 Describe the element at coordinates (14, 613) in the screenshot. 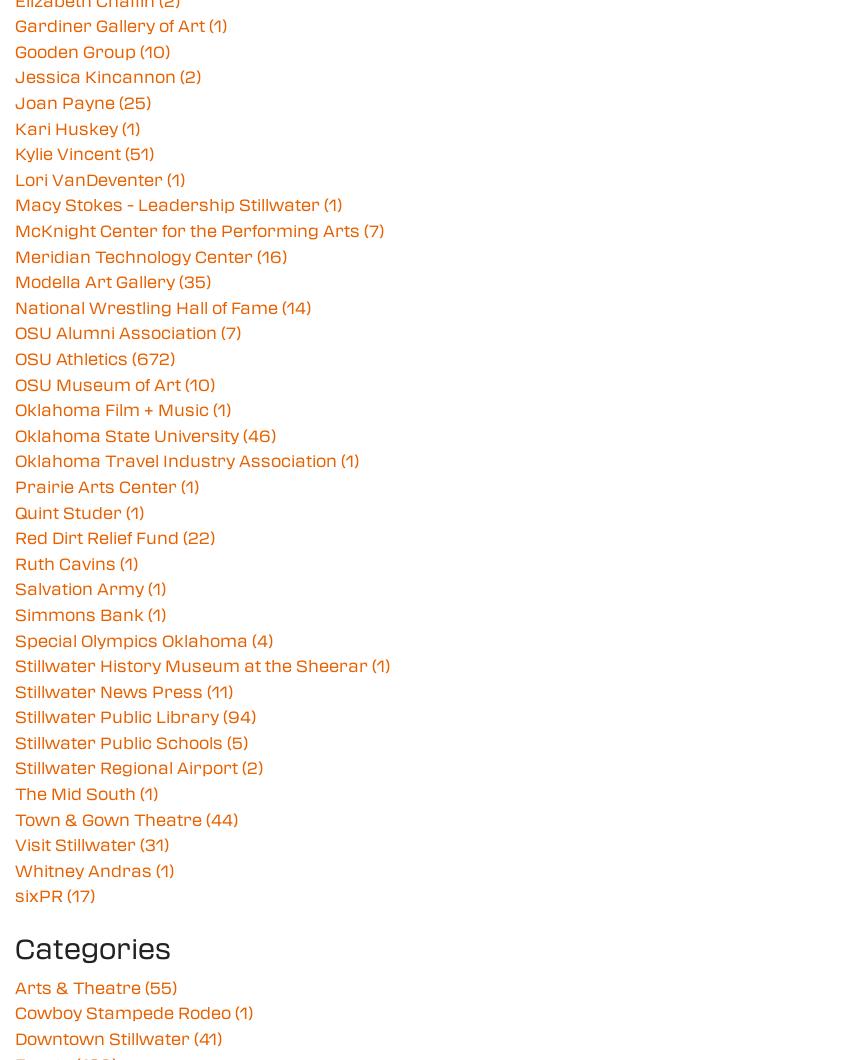

I see `'Simmons Bank'` at that location.